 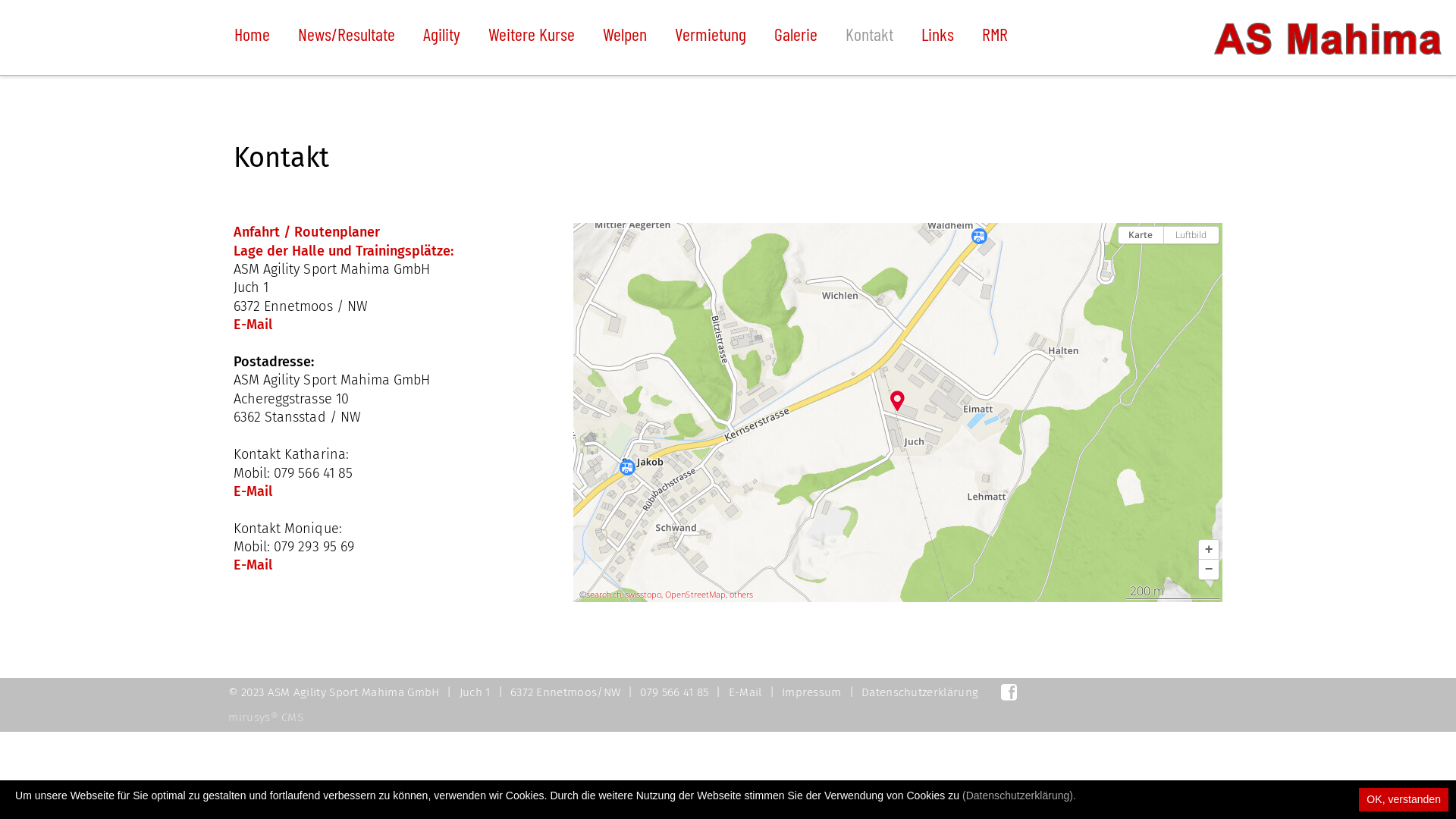 What do you see at coordinates (795, 37) in the screenshot?
I see `'Galerie'` at bounding box center [795, 37].